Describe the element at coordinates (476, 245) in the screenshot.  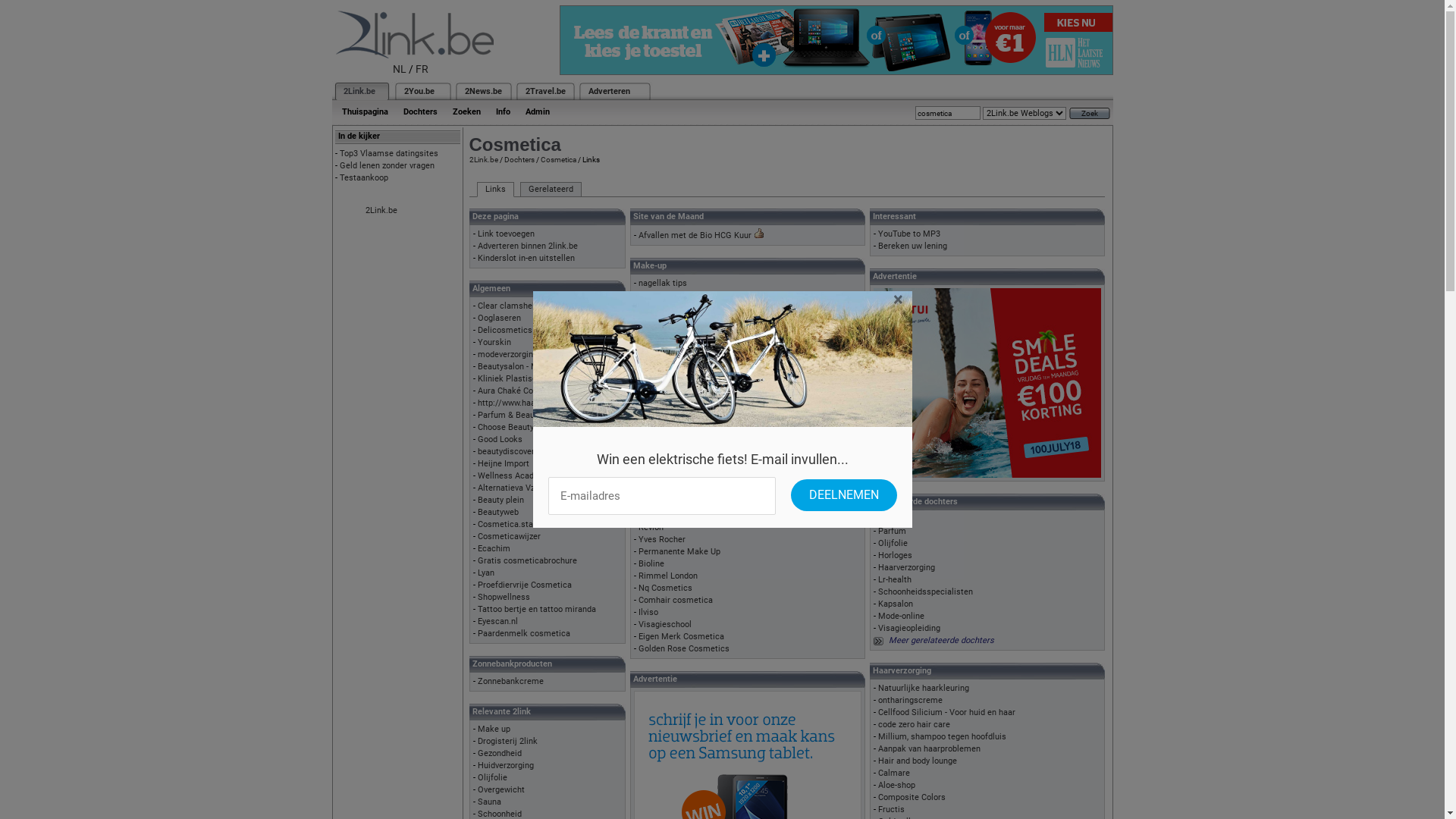
I see `'Adverteren binnen 2link.be'` at that location.